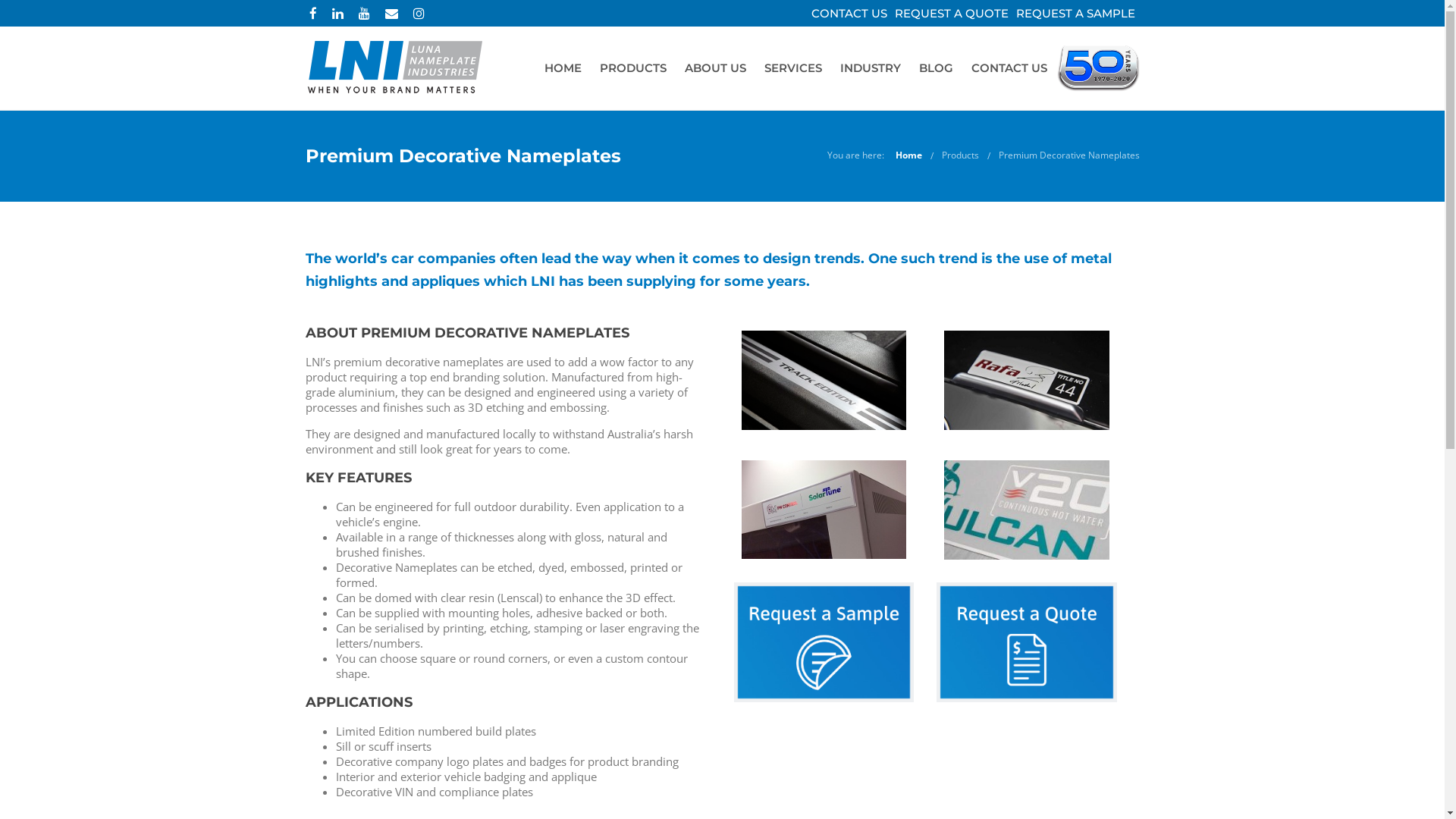 The height and width of the screenshot is (819, 1456). What do you see at coordinates (895, 155) in the screenshot?
I see `'Home'` at bounding box center [895, 155].